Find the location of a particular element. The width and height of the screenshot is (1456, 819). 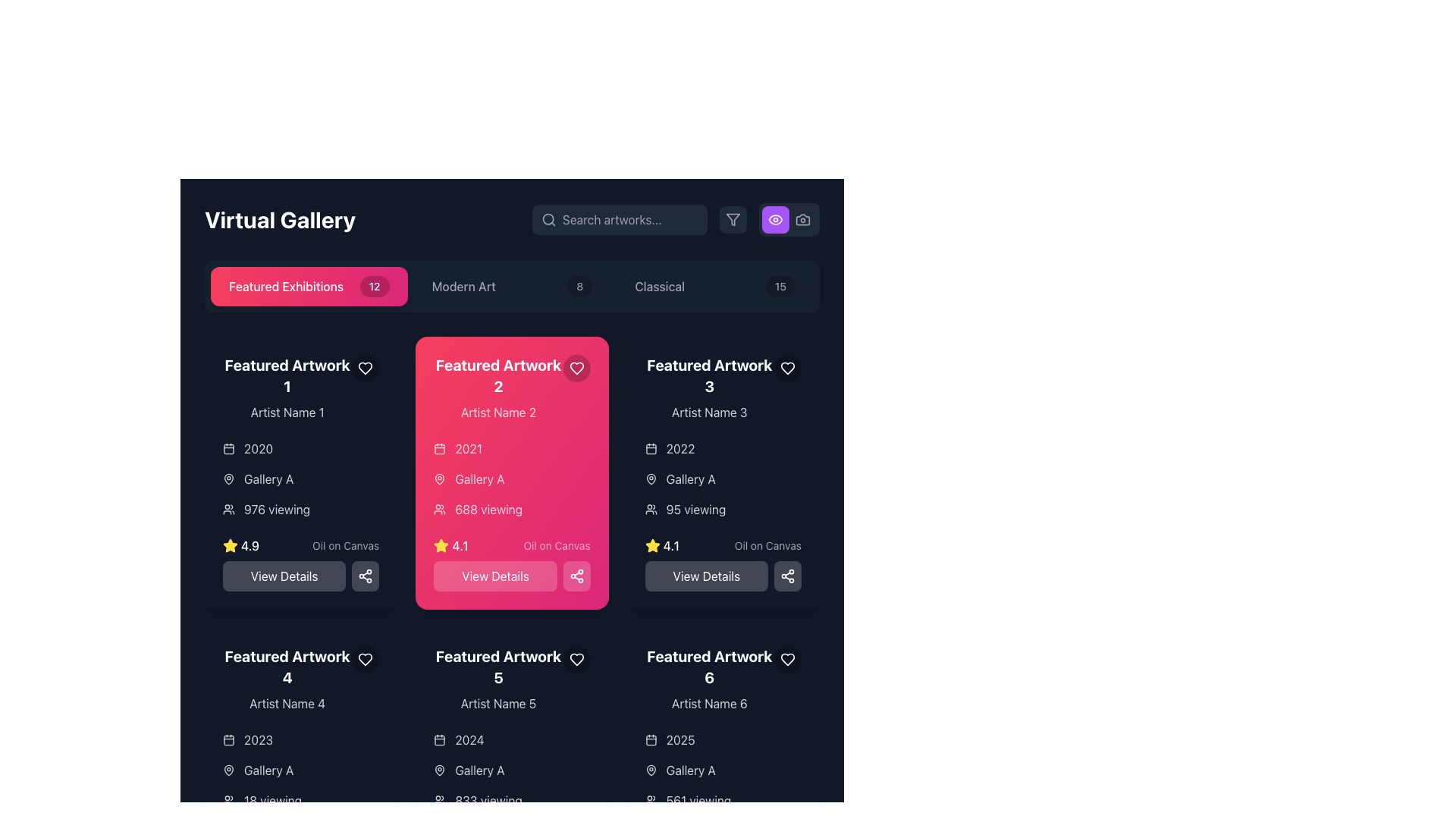

the circular button with a heart icon inside it, located at the top-right corner of the 'Featured Artwork 2' card, to mark the artwork as favorite is located at coordinates (576, 369).